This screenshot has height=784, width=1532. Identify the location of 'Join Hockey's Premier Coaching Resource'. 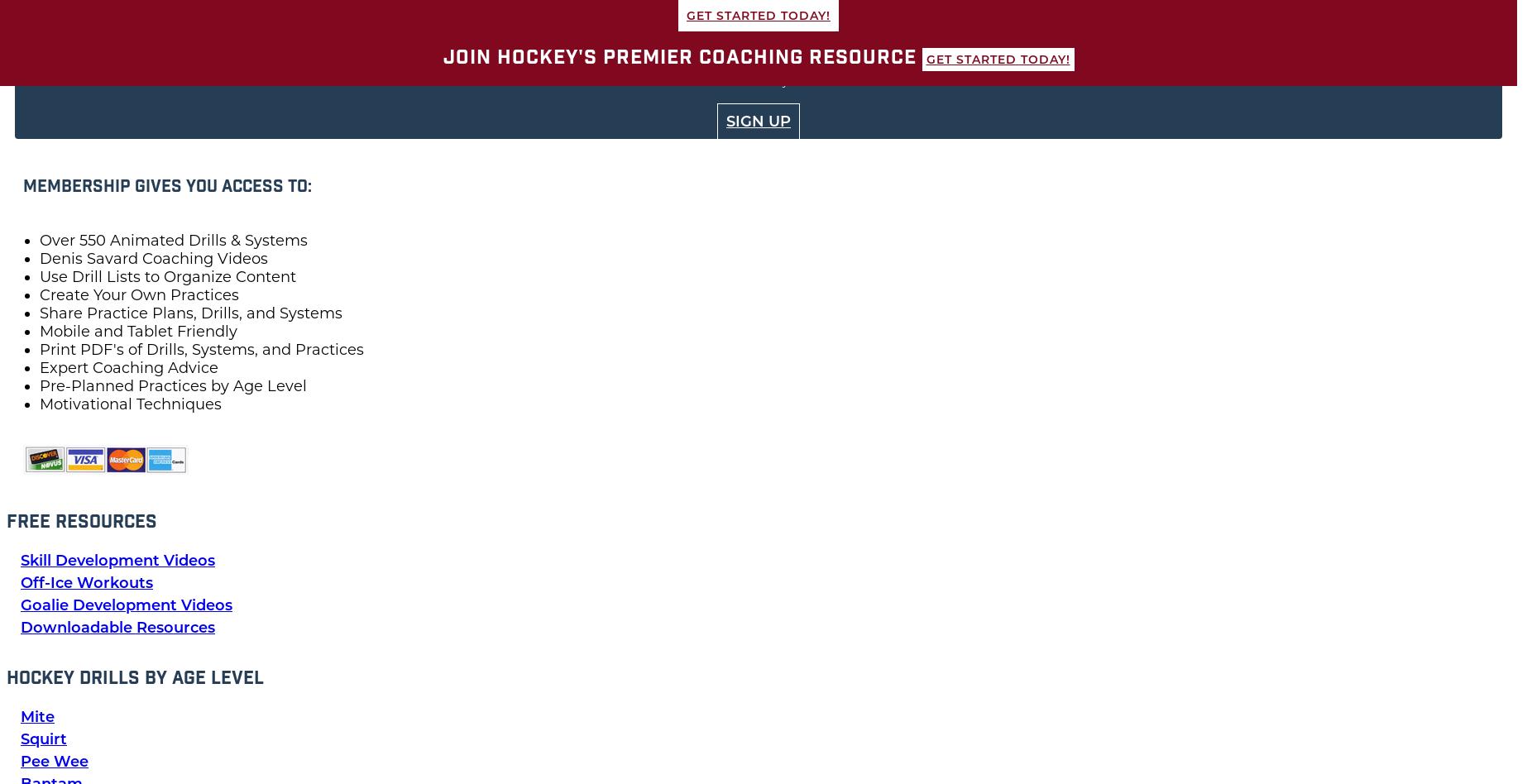
(682, 59).